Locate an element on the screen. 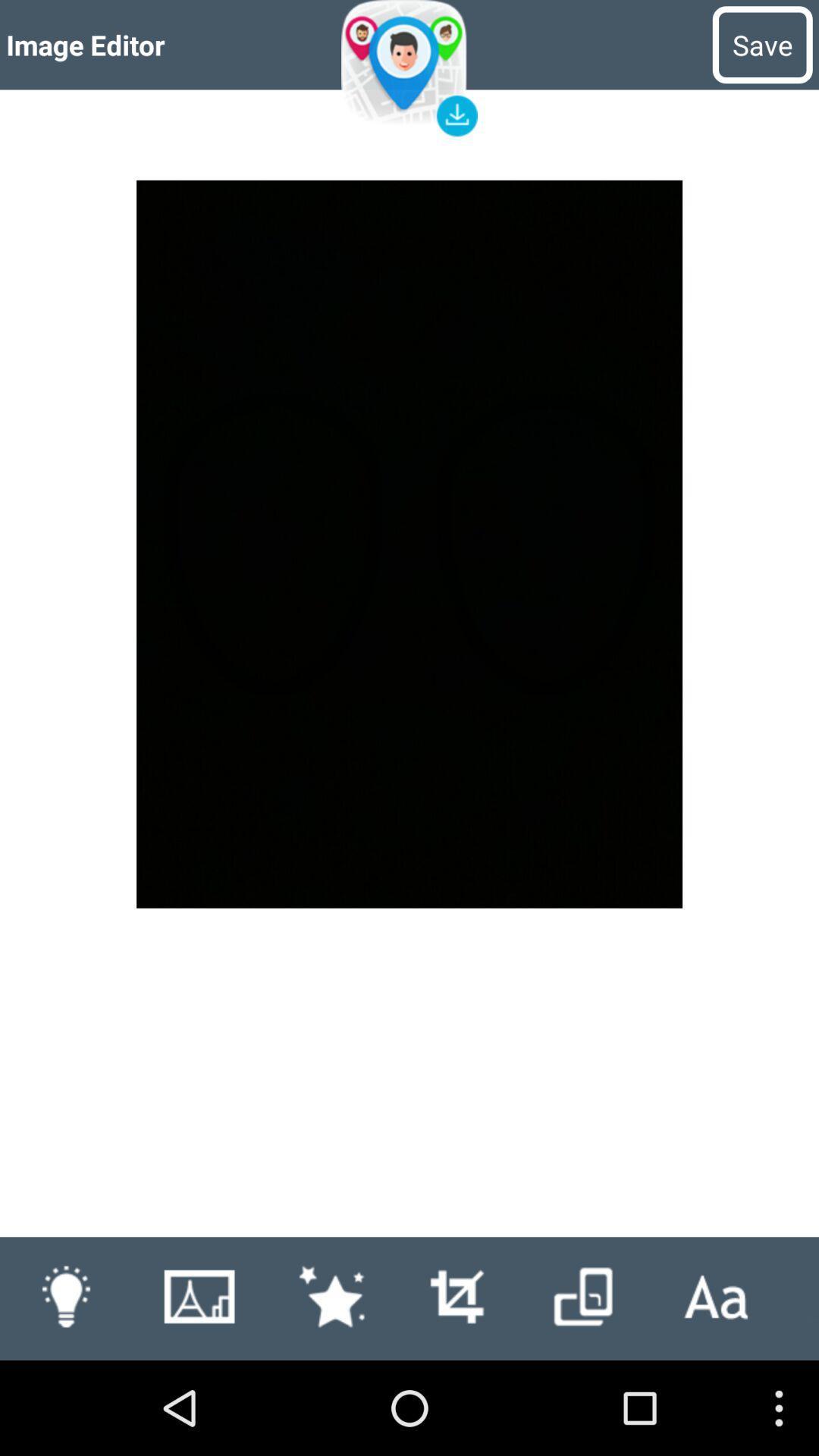  the location icon is located at coordinates (409, 72).